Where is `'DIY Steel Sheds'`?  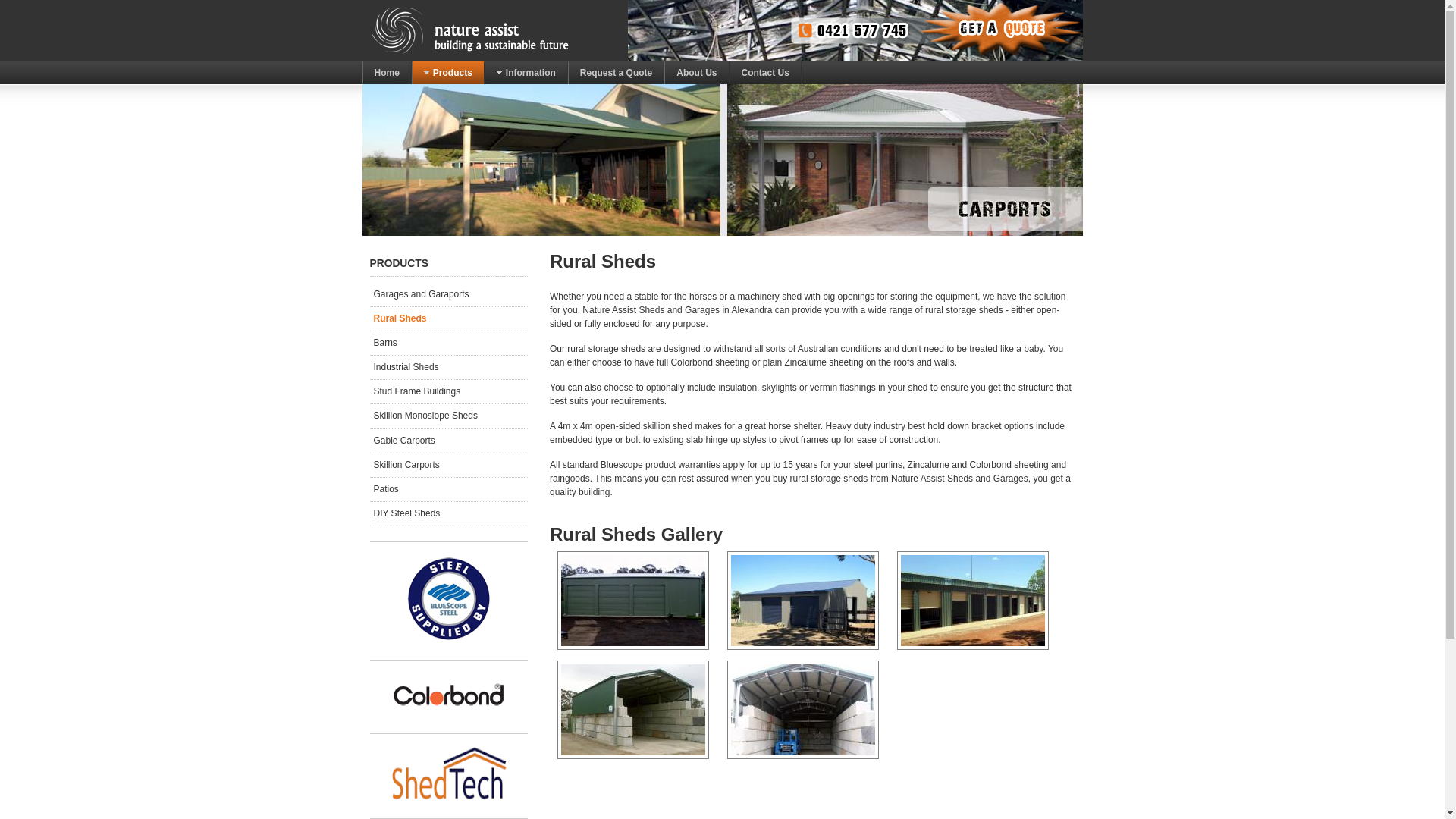 'DIY Steel Sheds' is located at coordinates (447, 513).